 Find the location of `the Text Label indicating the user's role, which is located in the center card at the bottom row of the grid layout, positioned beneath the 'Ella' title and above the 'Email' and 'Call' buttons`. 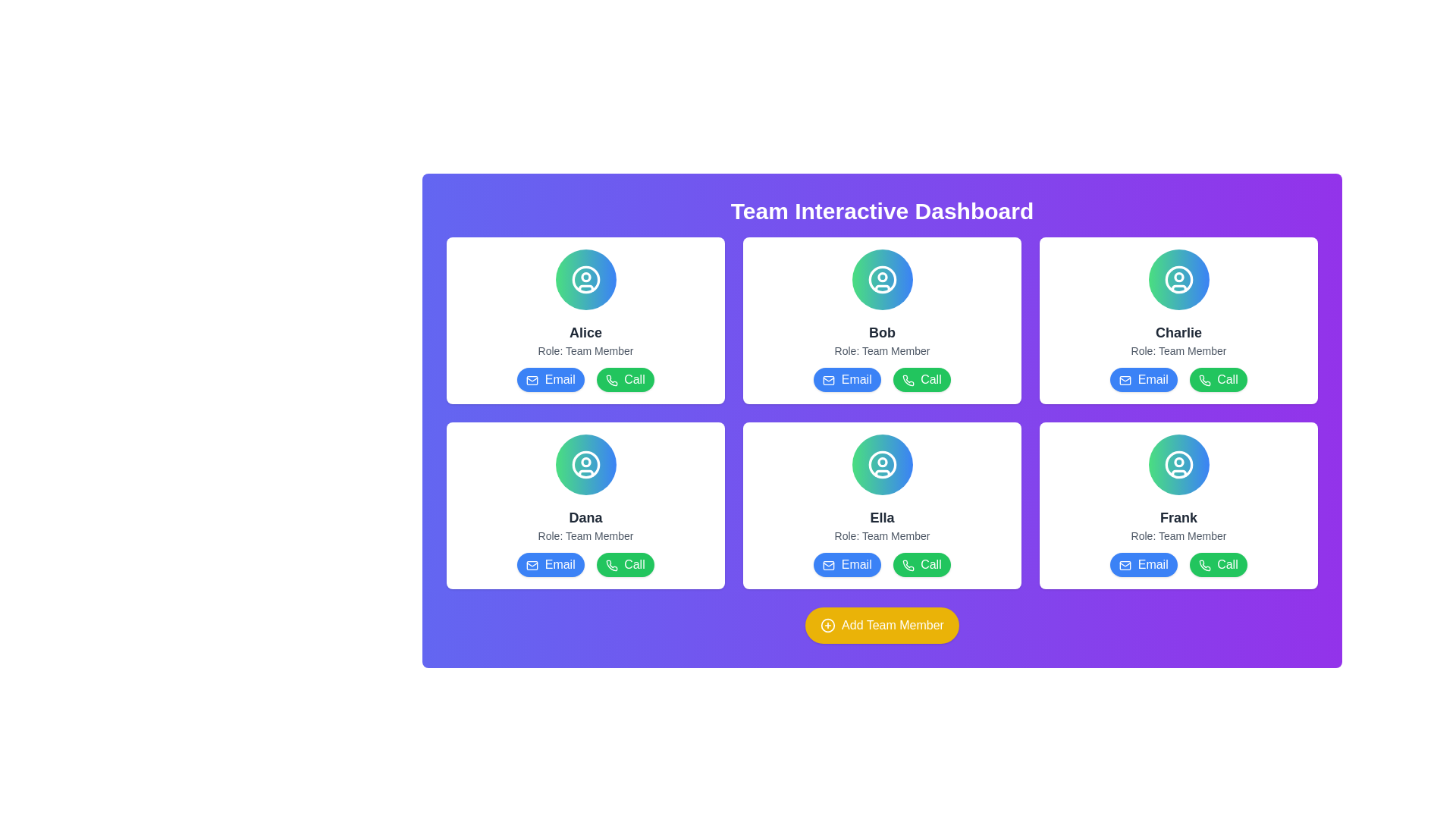

the Text Label indicating the user's role, which is located in the center card at the bottom row of the grid layout, positioned beneath the 'Ella' title and above the 'Email' and 'Call' buttons is located at coordinates (882, 535).